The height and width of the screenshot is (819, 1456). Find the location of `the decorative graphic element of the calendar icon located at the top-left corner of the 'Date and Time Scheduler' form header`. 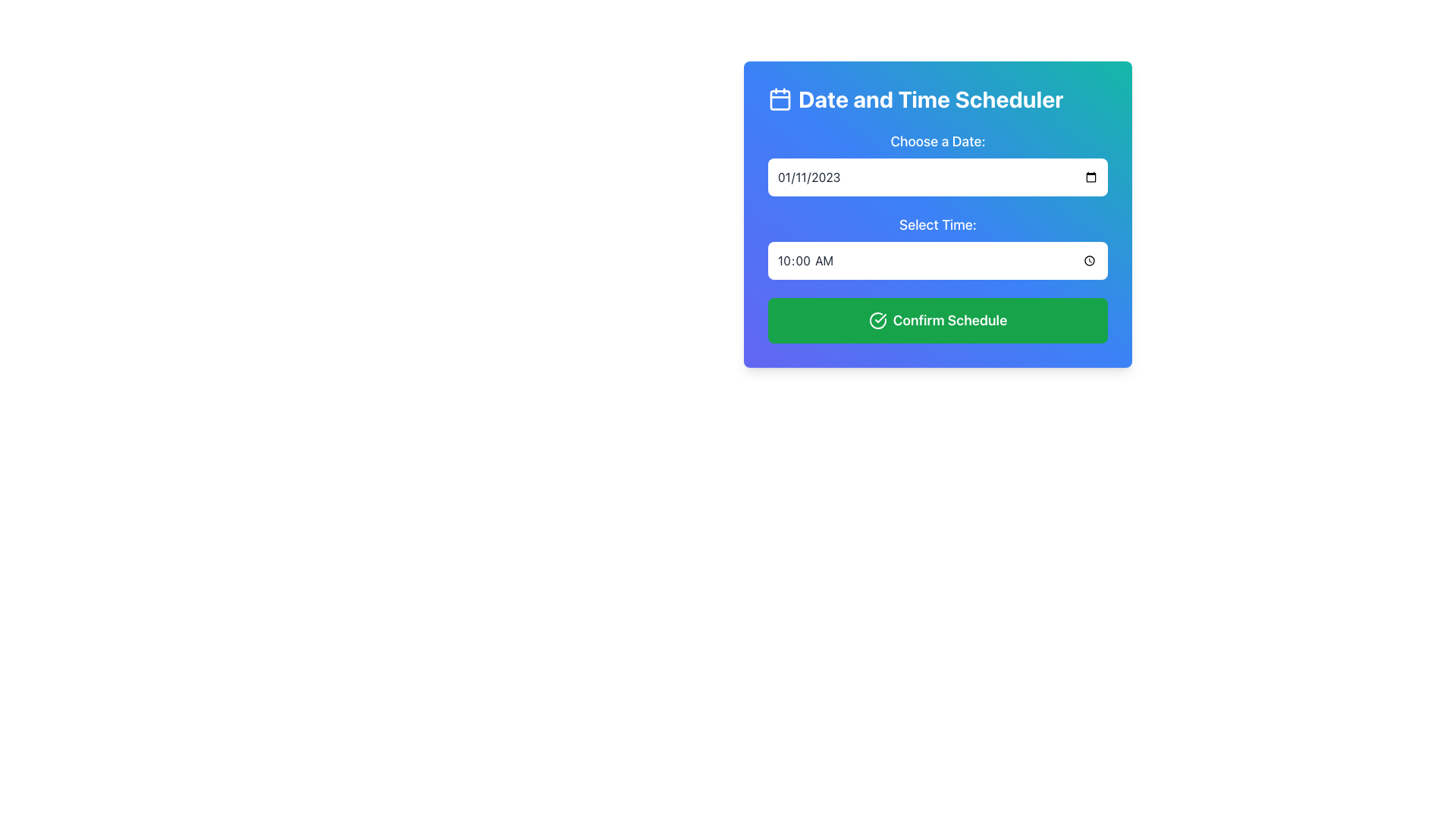

the decorative graphic element of the calendar icon located at the top-left corner of the 'Date and Time Scheduler' form header is located at coordinates (780, 99).